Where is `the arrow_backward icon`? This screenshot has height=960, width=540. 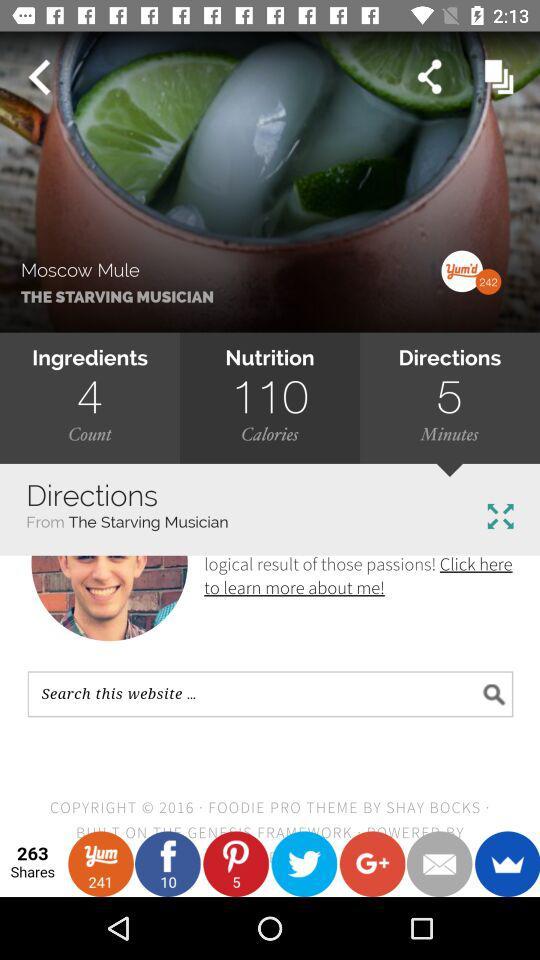 the arrow_backward icon is located at coordinates (38, 77).